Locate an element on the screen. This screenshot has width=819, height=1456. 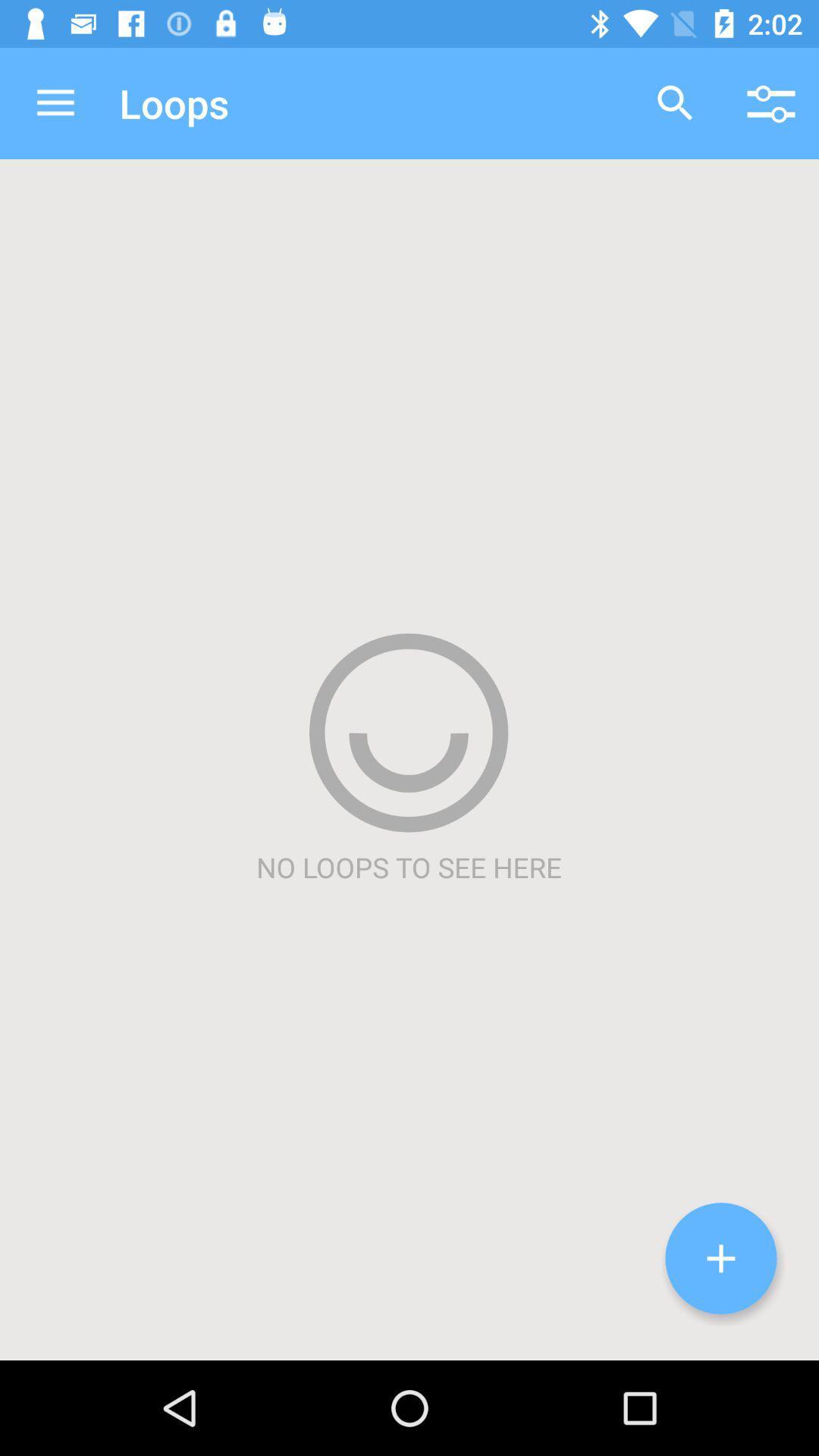
the add icon is located at coordinates (720, 1258).